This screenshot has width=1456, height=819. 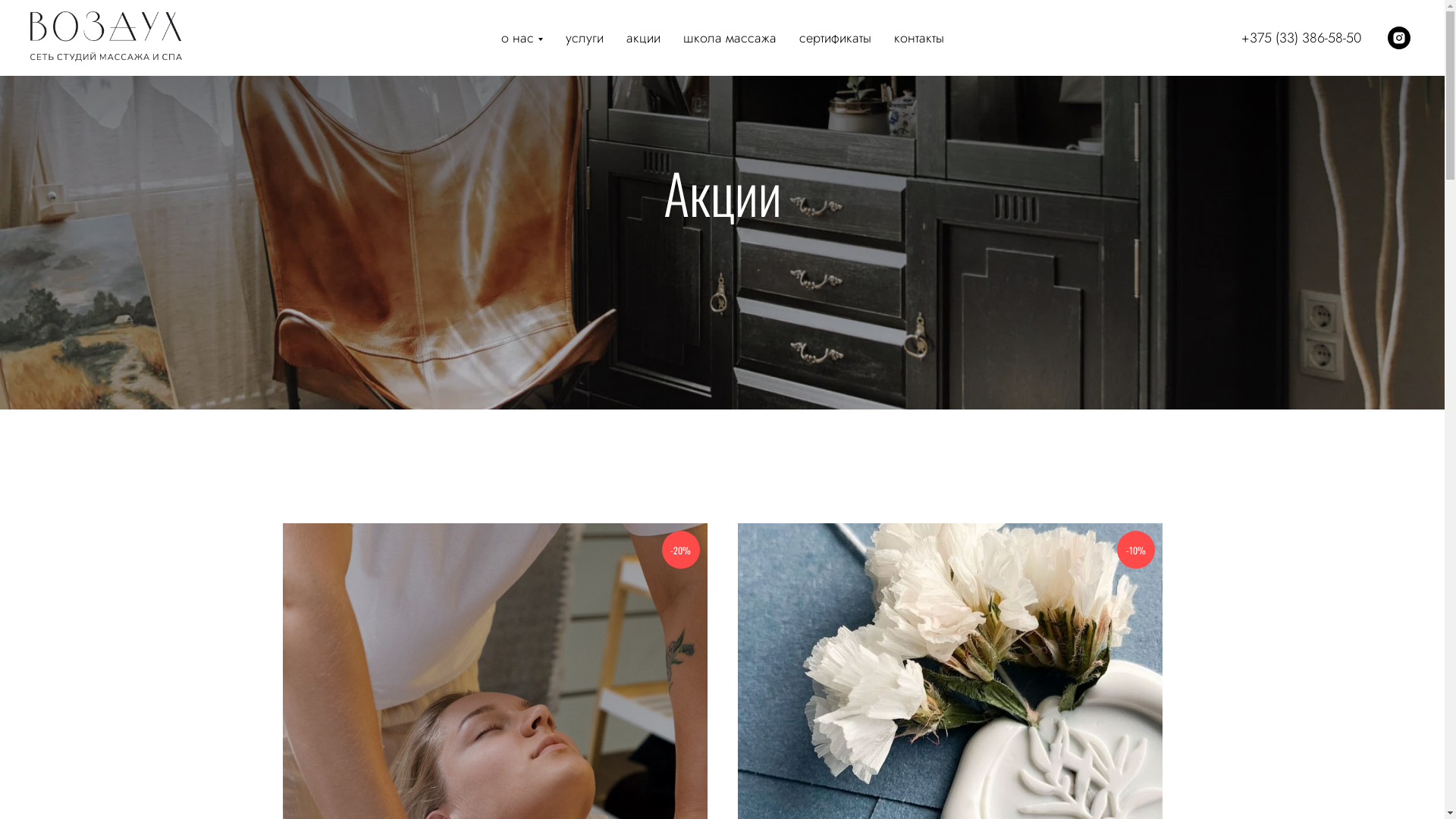 I want to click on '+375 (33) 386-58-50', so click(x=1301, y=37).